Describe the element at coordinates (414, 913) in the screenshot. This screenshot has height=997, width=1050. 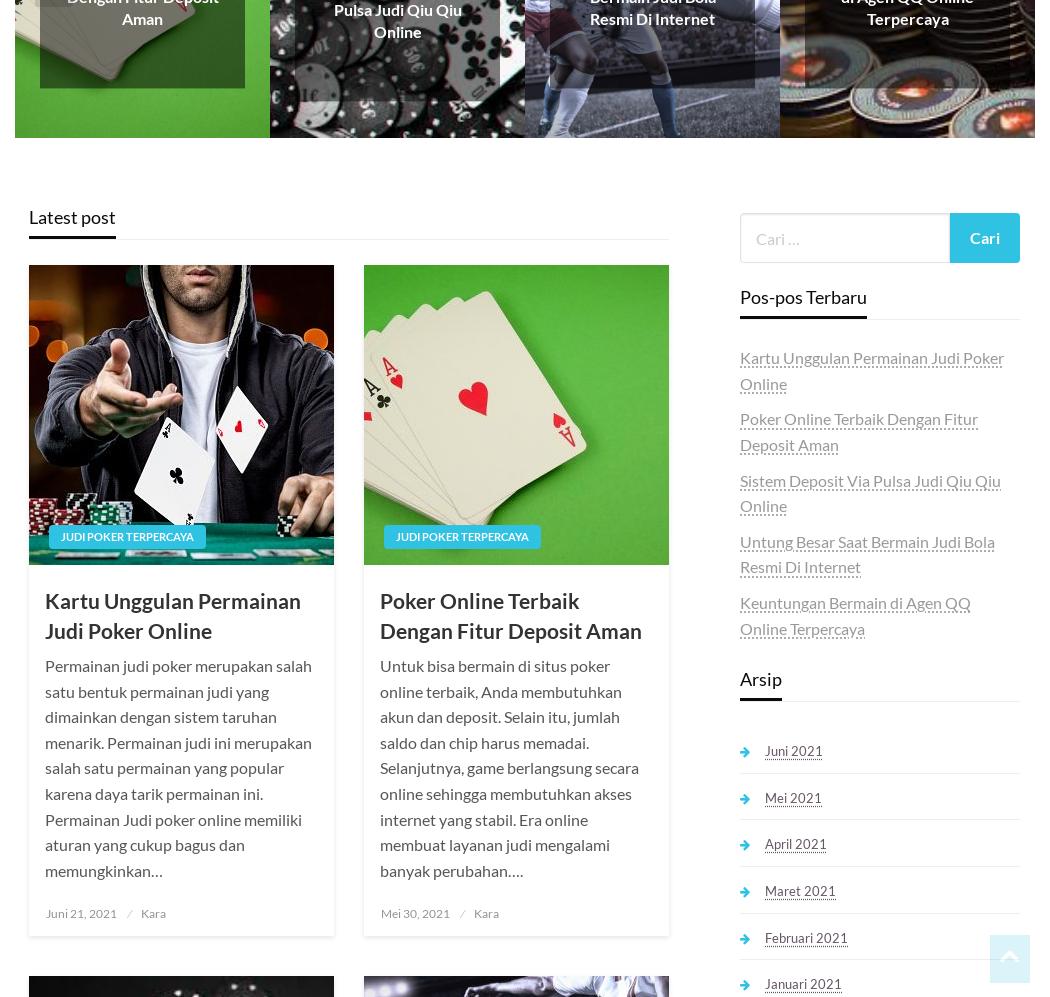
I see `'Mei 30, 2021'` at that location.